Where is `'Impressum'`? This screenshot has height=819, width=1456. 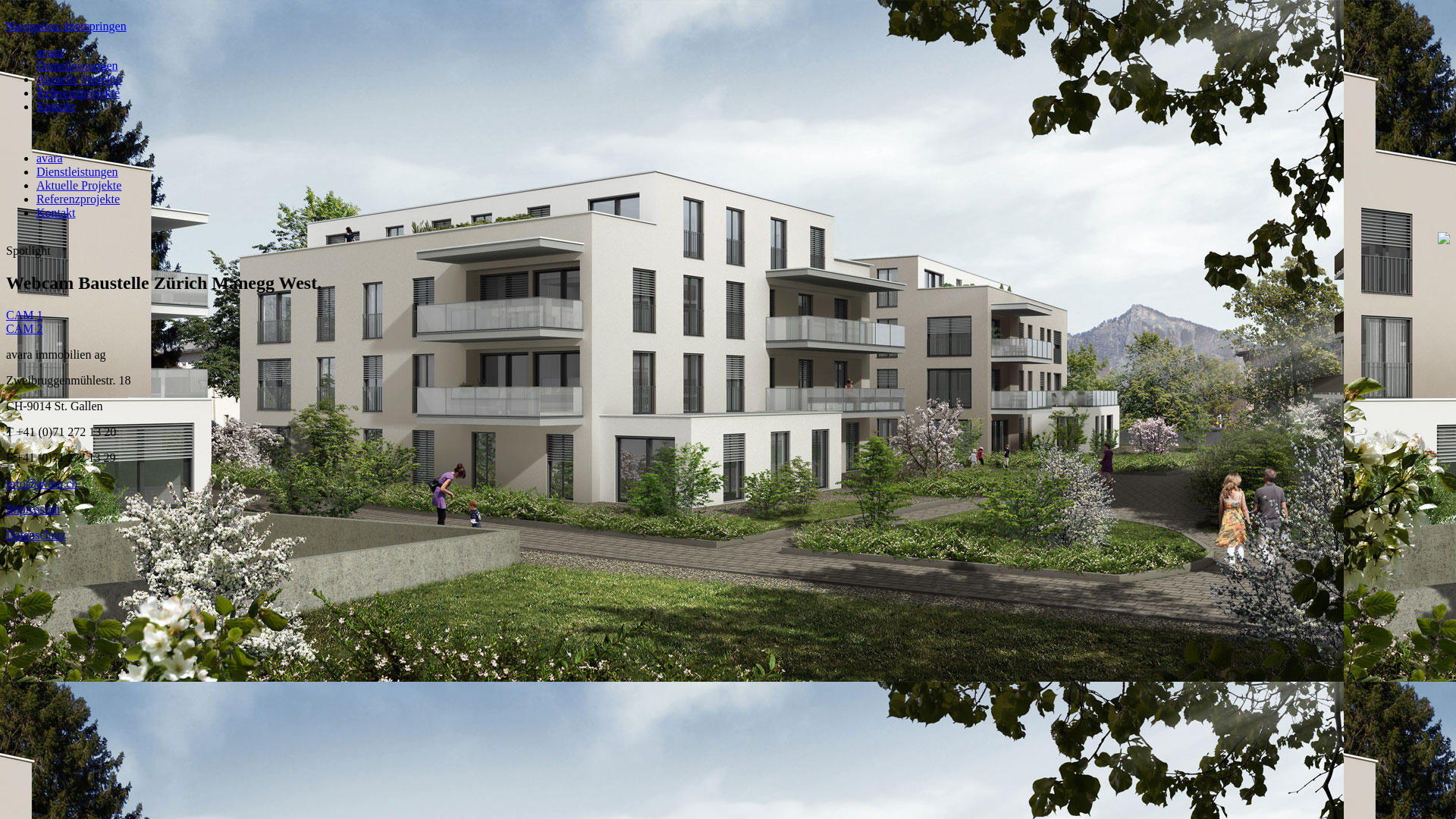 'Impressum' is located at coordinates (33, 509).